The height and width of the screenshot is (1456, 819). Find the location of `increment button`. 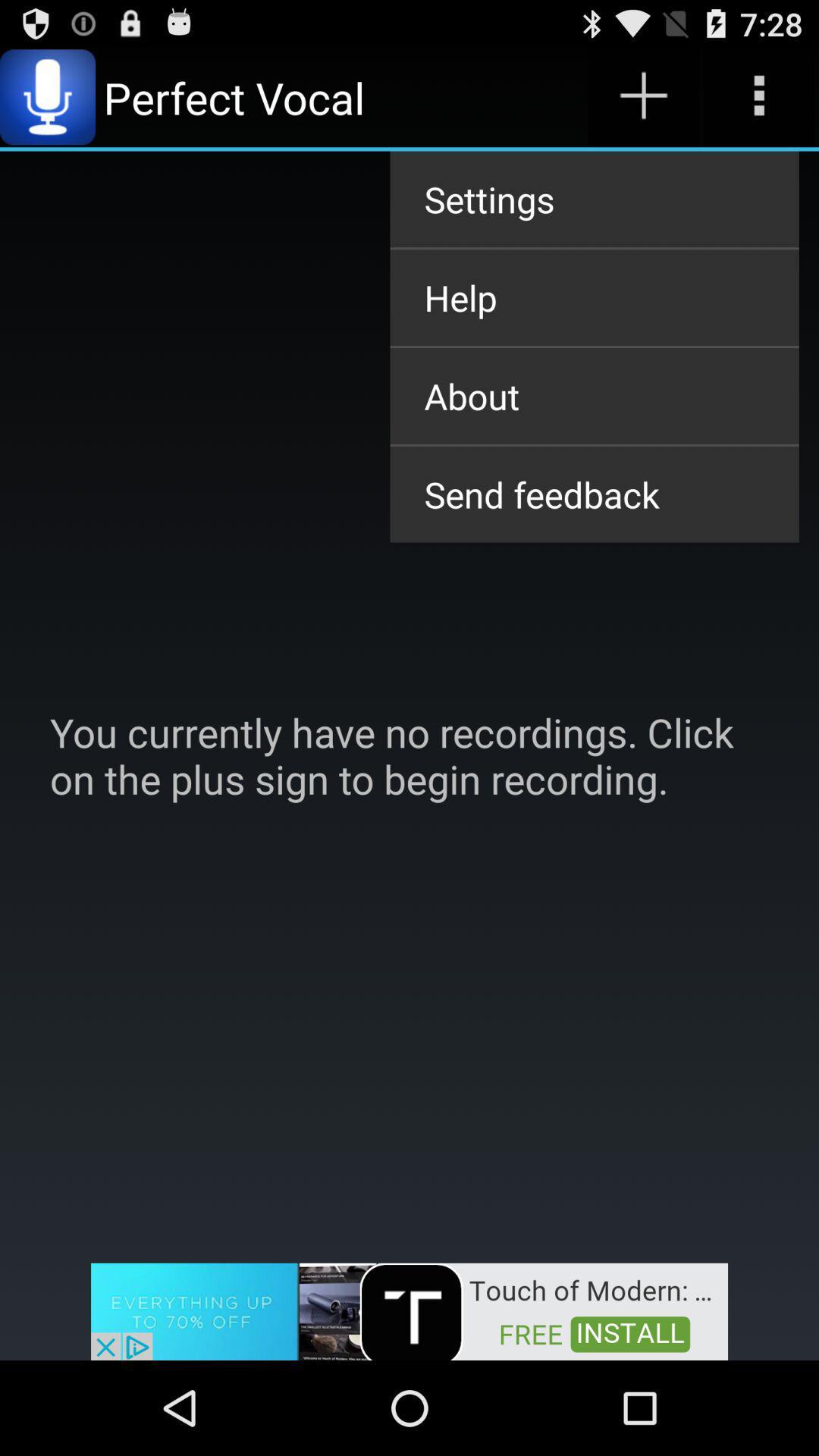

increment button is located at coordinates (643, 96).